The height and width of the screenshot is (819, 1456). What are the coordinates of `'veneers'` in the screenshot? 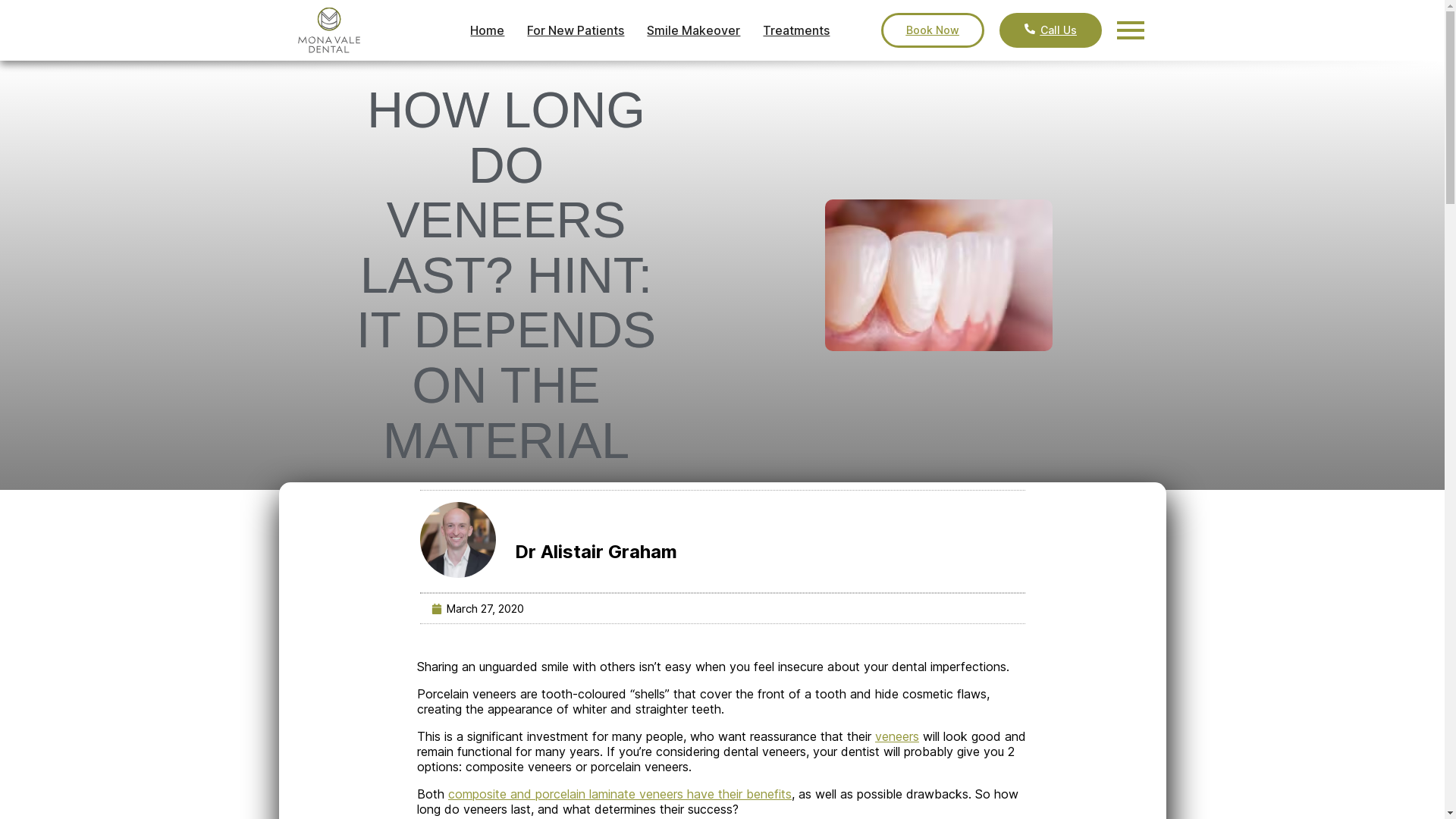 It's located at (896, 736).